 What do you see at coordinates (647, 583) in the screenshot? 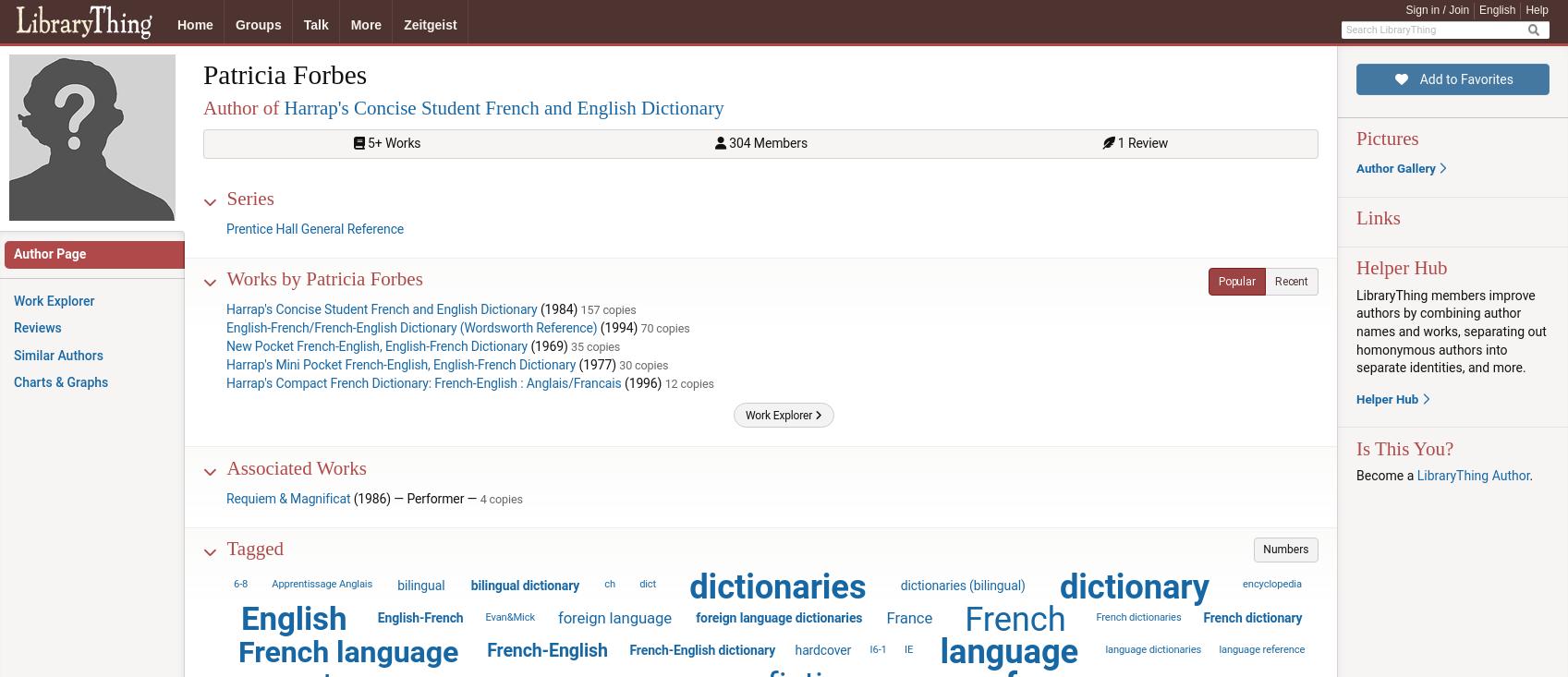
I see `'dict'` at bounding box center [647, 583].